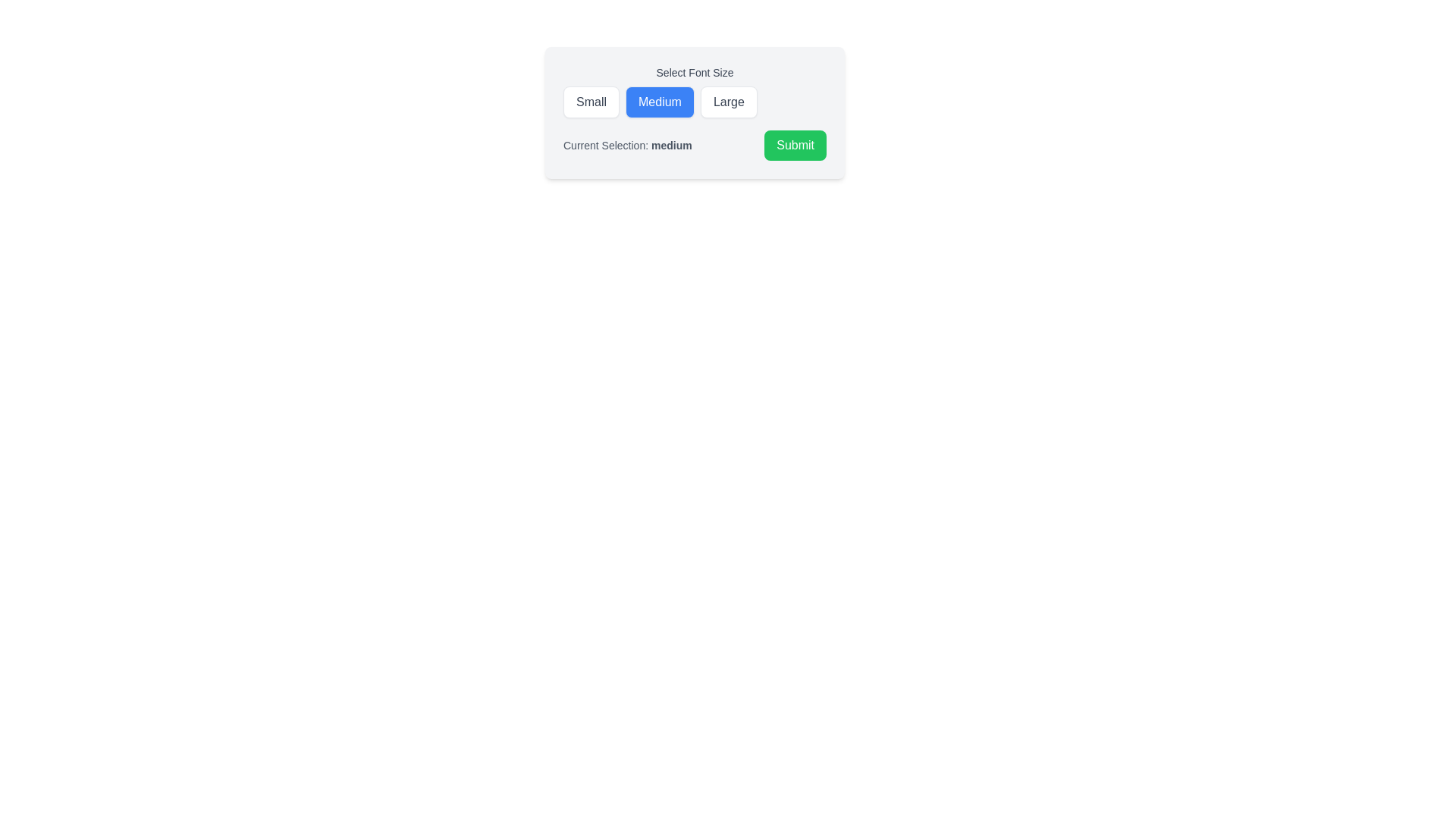 The image size is (1456, 819). Describe the element at coordinates (660, 102) in the screenshot. I see `the 'Medium' size button, which is the second button in a group of three labeled 'Small', 'Medium', and 'Large'` at that location.